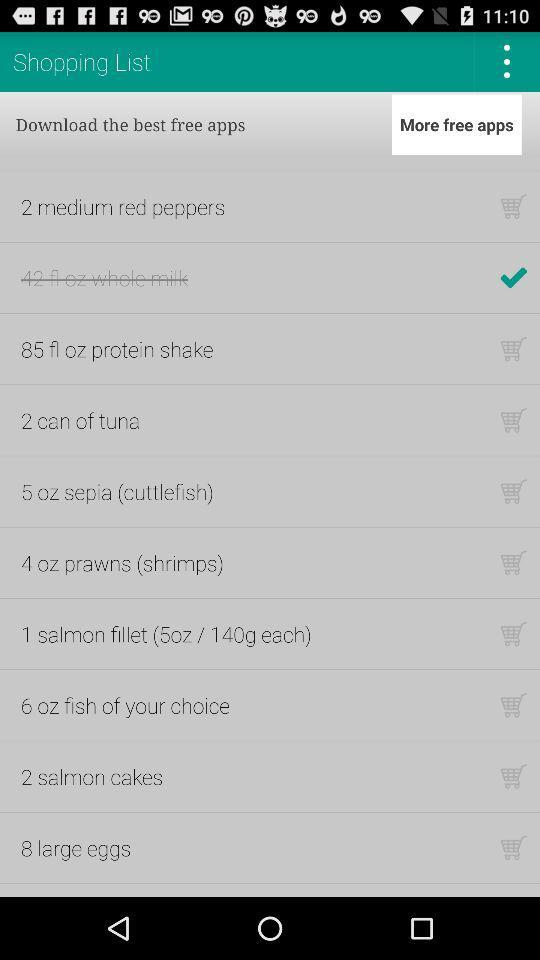  I want to click on 2 can of, so click(79, 419).